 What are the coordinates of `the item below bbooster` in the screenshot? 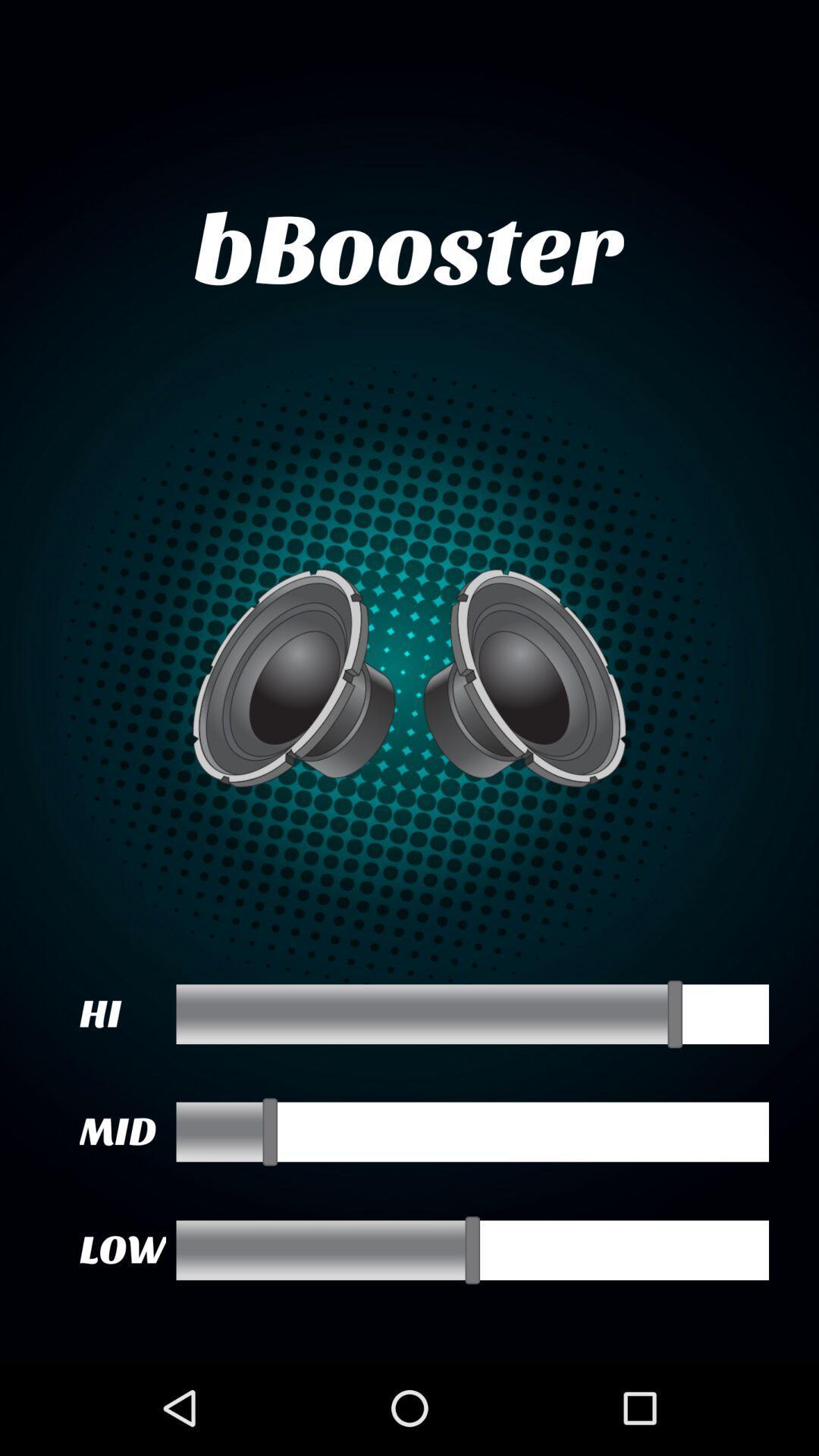 It's located at (409, 677).